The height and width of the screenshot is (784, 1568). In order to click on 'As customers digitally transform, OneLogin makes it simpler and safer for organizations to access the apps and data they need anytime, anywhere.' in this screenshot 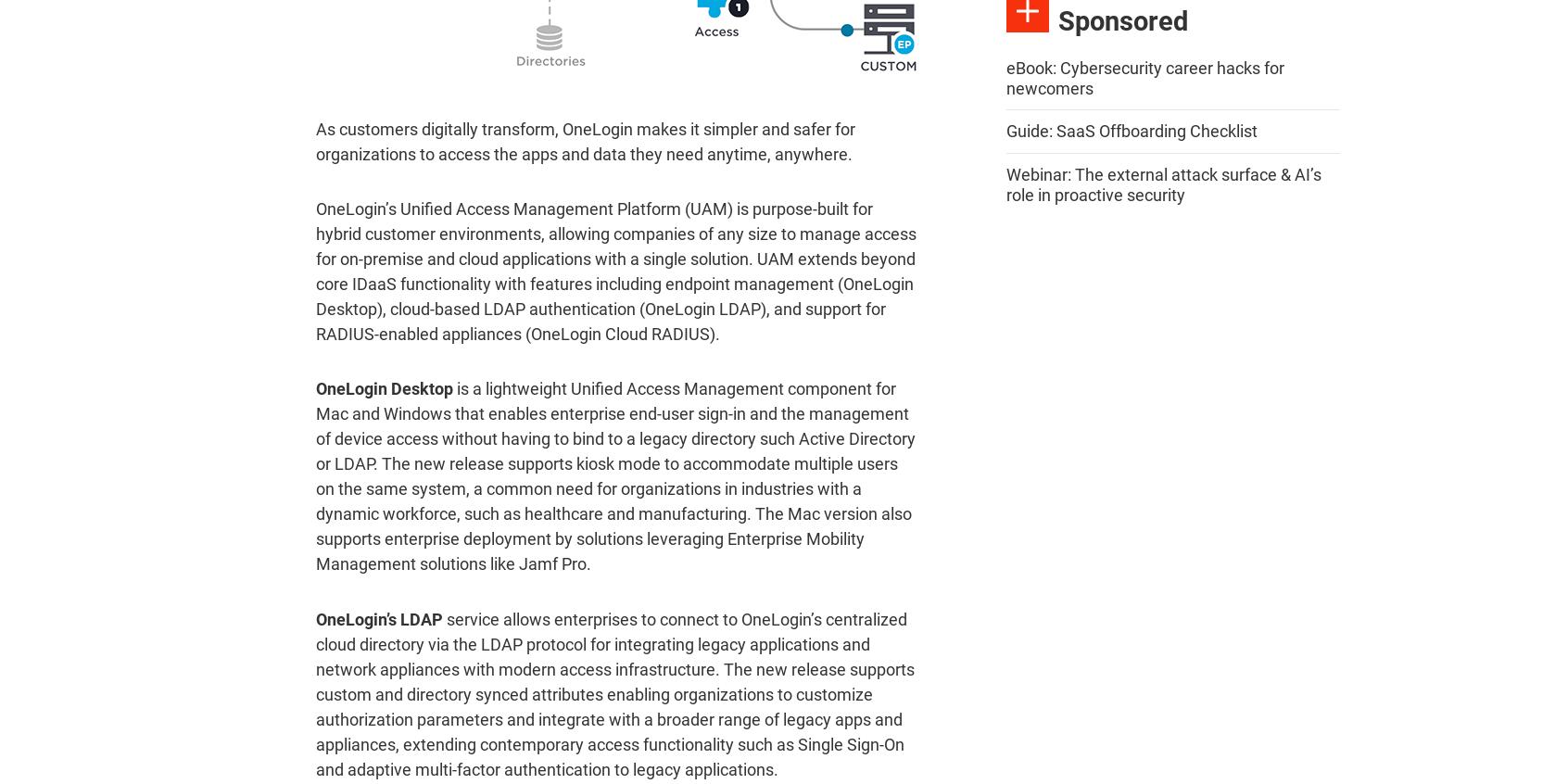, I will do `click(584, 140)`.